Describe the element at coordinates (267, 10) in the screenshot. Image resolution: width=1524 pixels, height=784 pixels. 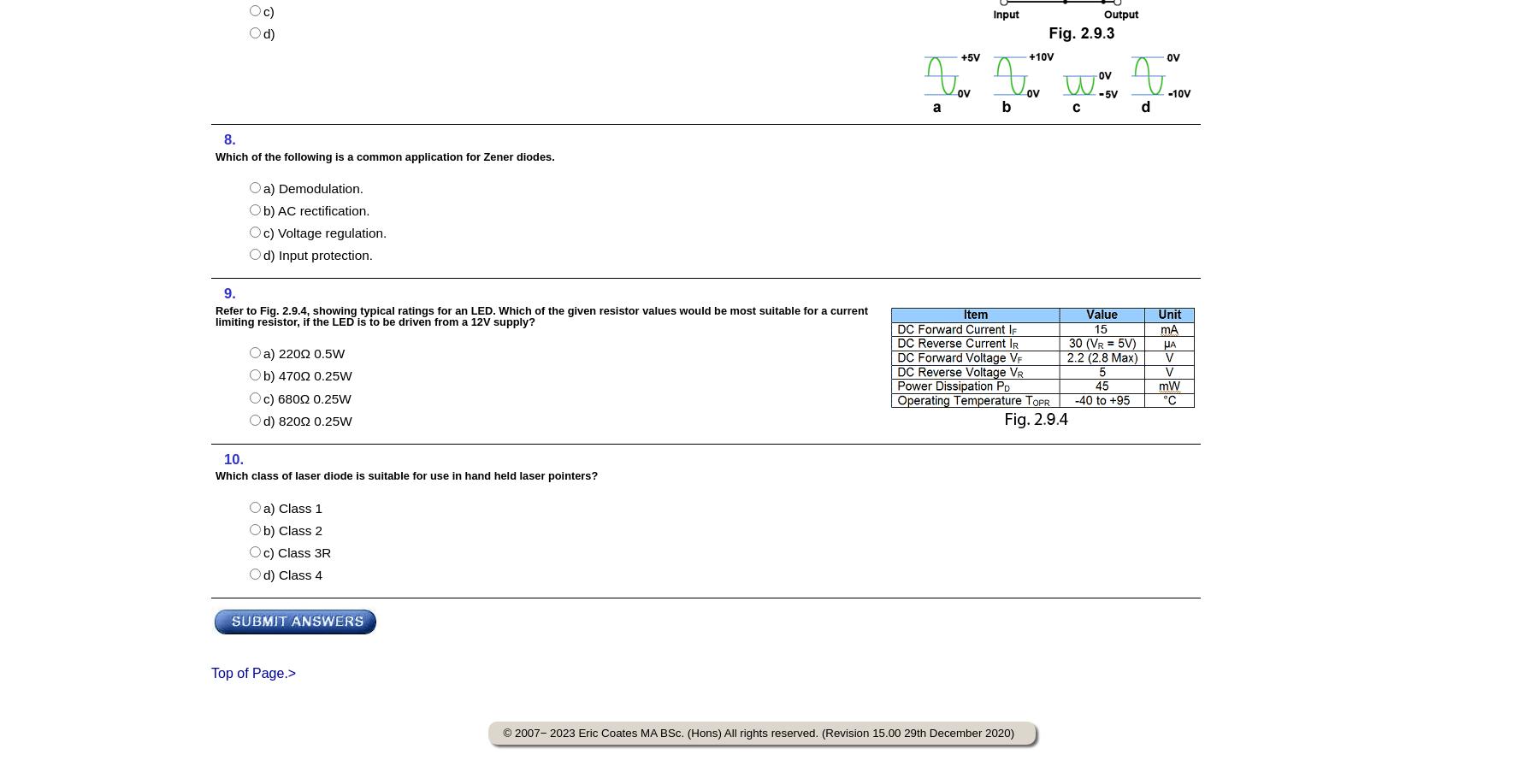
I see `'c)'` at that location.